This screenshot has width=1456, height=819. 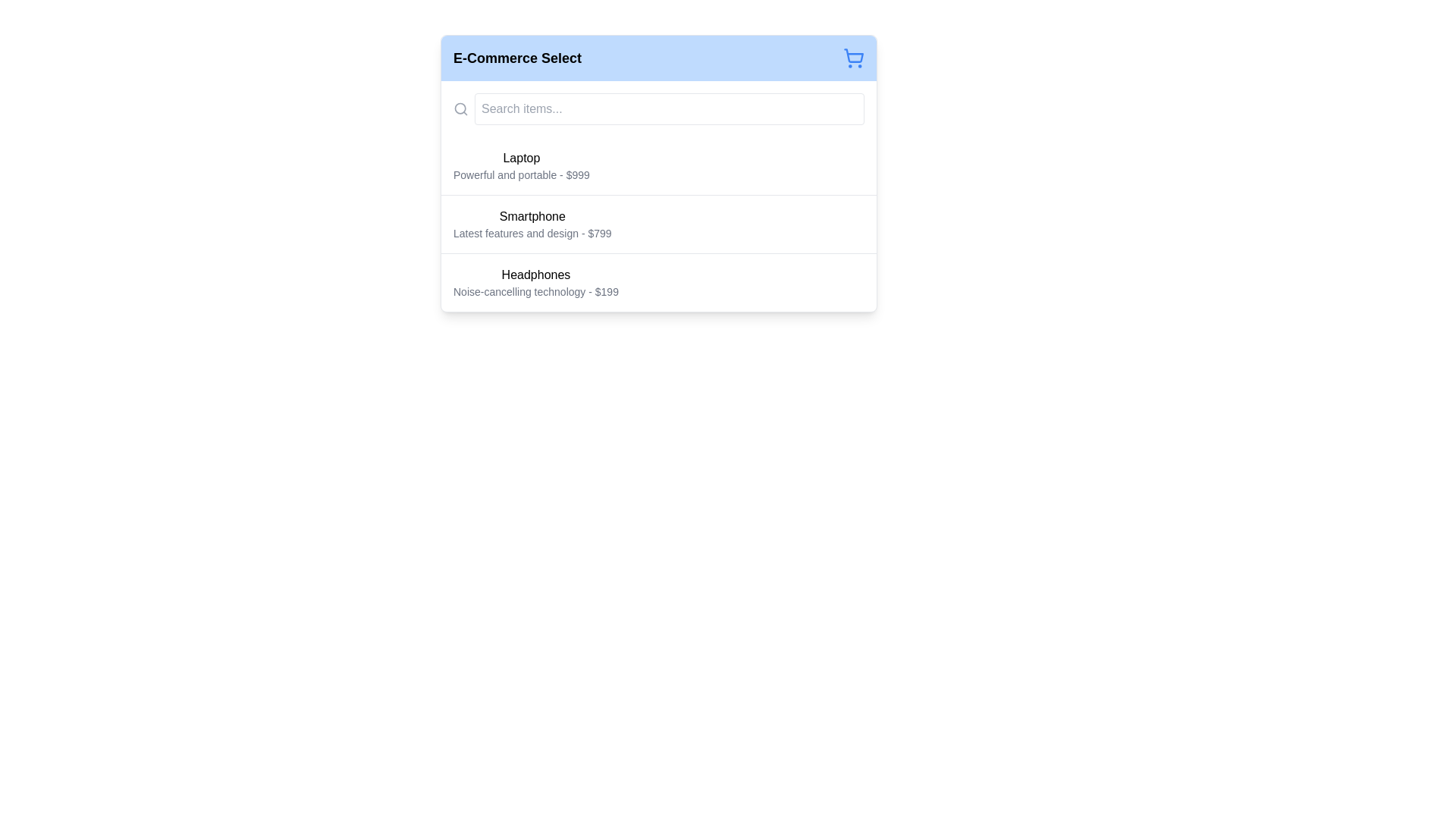 What do you see at coordinates (854, 55) in the screenshot?
I see `the shopping cart icon's main basket outline located at the upper right corner of the interface` at bounding box center [854, 55].